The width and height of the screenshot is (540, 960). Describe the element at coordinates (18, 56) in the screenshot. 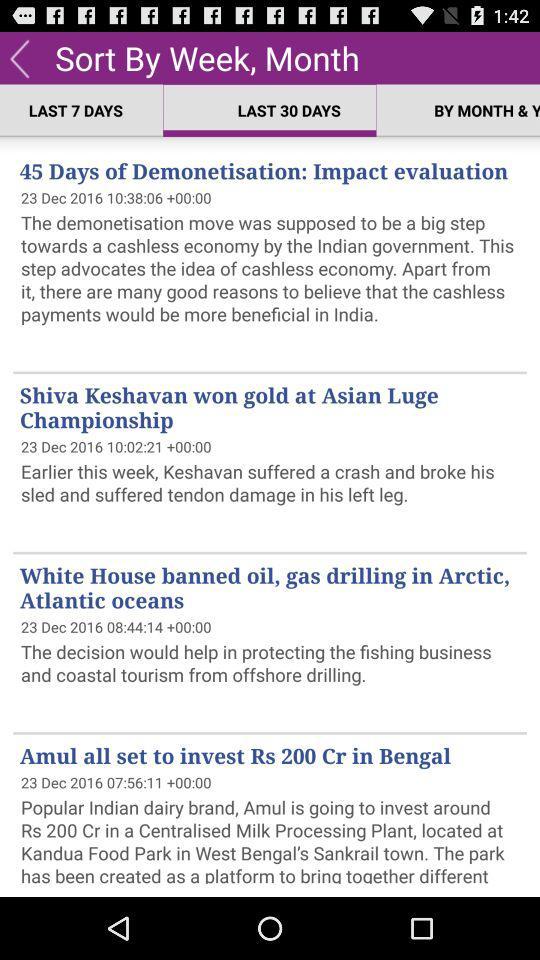

I see `the icon next to sort by week app` at that location.